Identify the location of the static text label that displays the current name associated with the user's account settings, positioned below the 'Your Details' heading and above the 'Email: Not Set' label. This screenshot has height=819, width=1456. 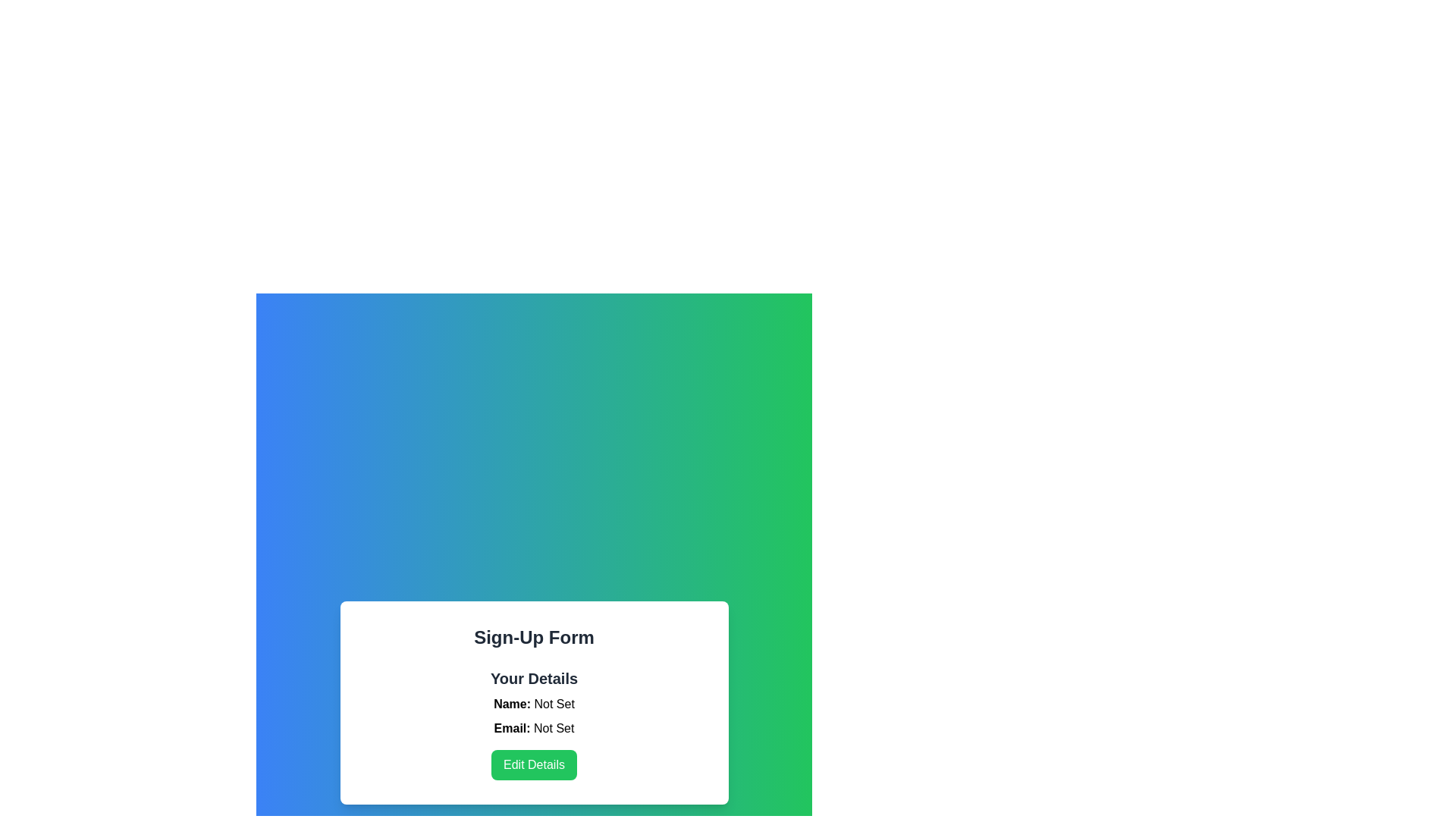
(534, 704).